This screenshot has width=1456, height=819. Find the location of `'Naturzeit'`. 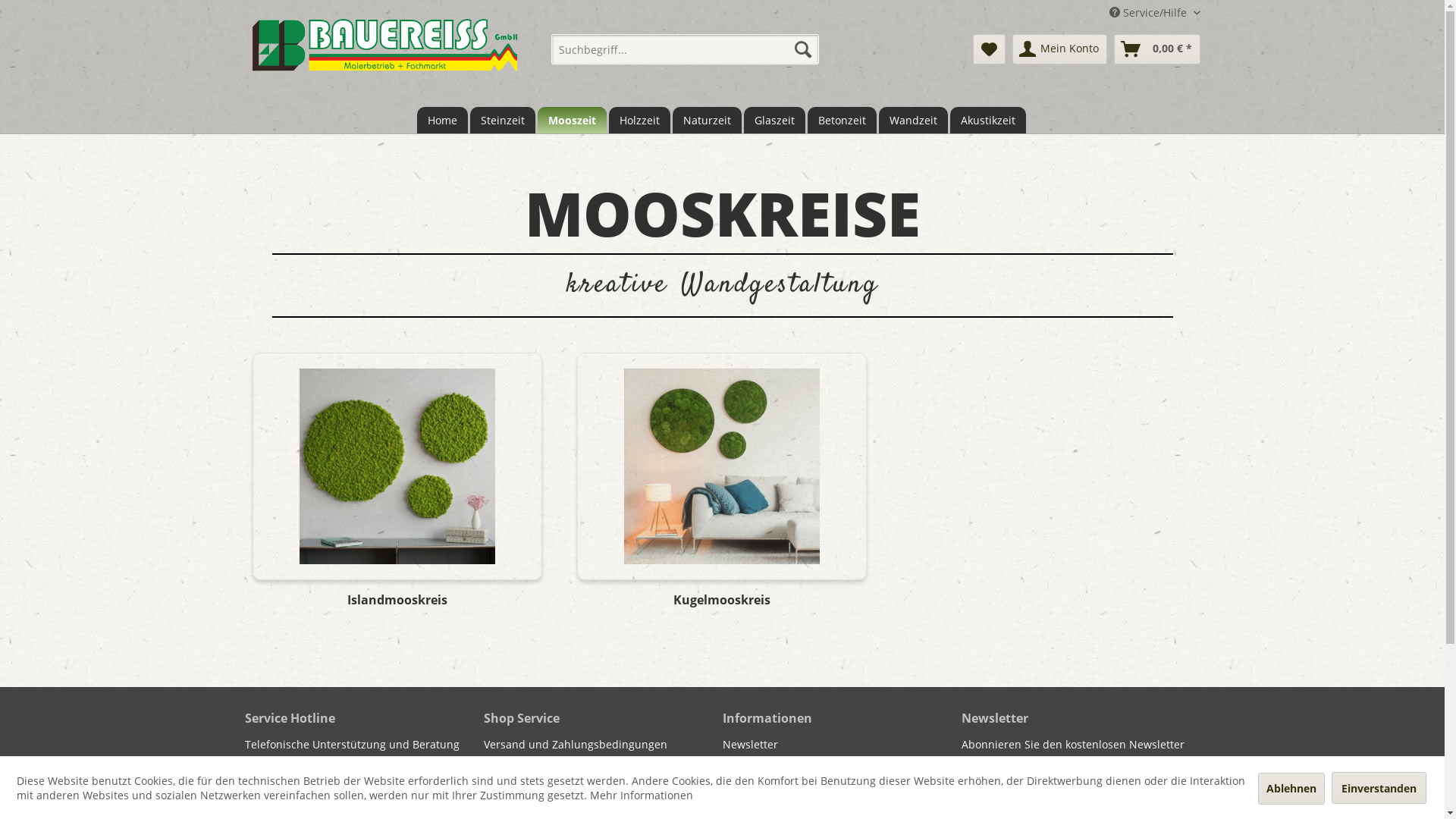

'Naturzeit' is located at coordinates (705, 119).